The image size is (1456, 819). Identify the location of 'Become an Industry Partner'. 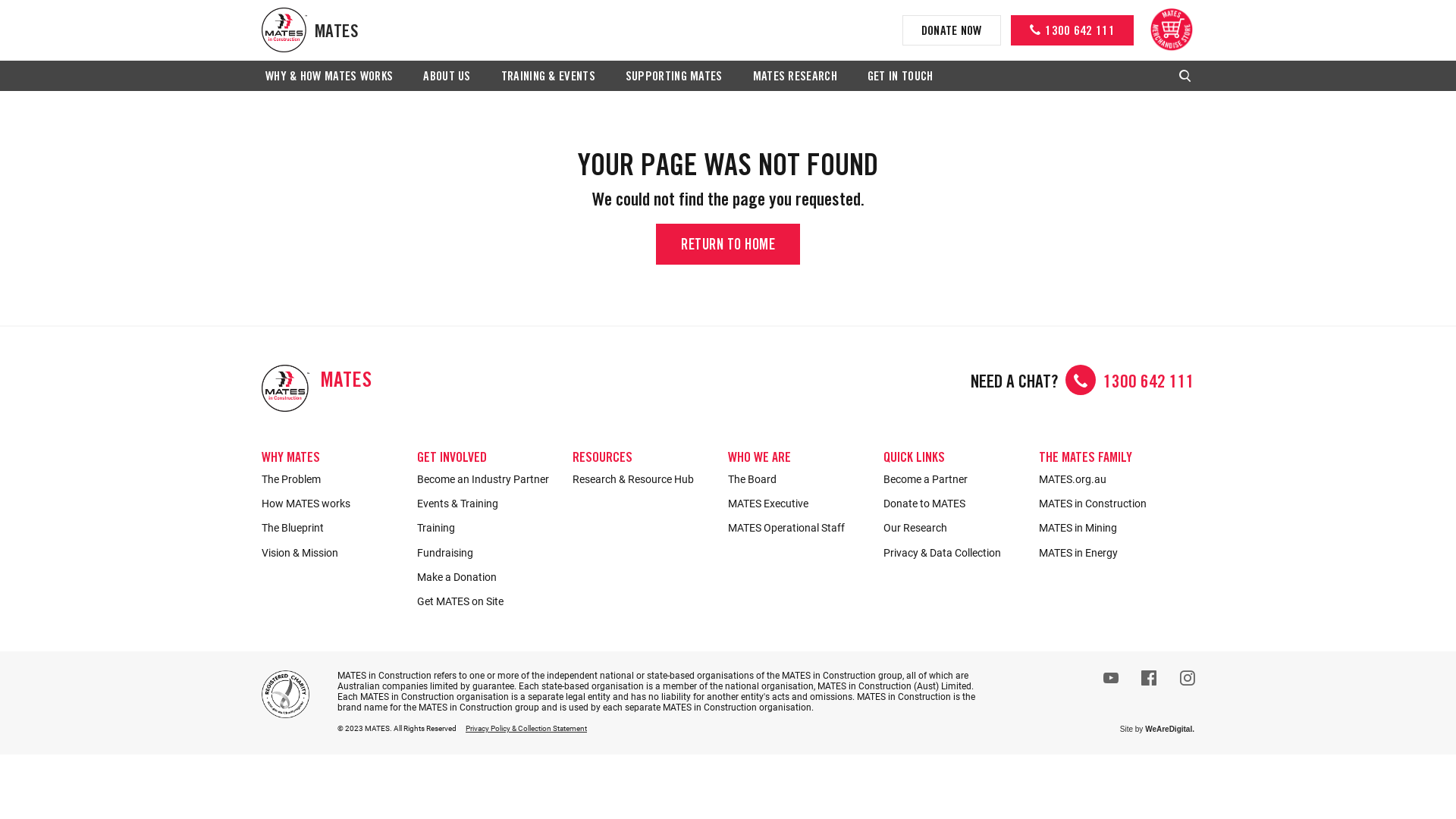
(487, 479).